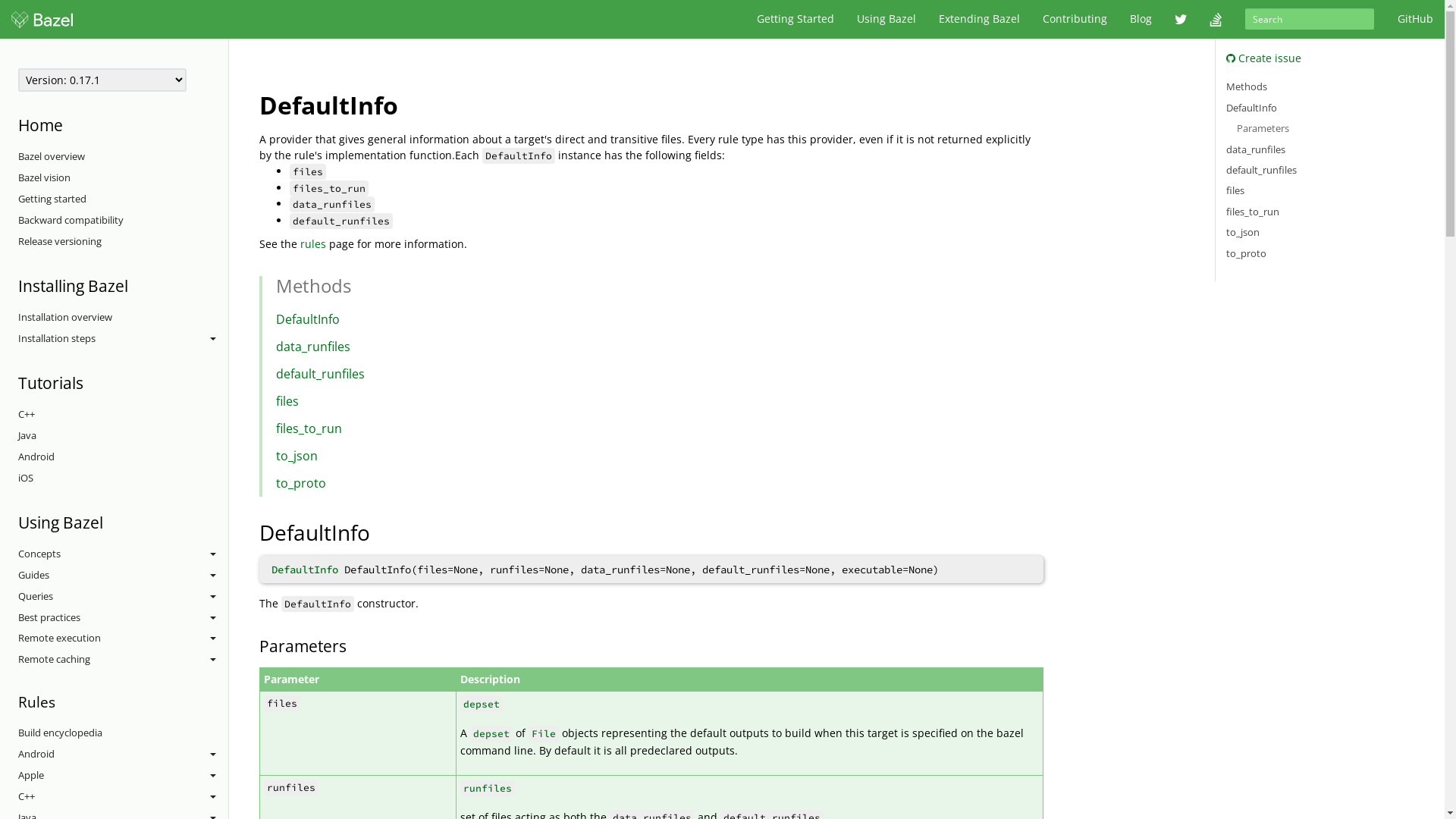  What do you see at coordinates (1118, 18) in the screenshot?
I see `'Blog'` at bounding box center [1118, 18].